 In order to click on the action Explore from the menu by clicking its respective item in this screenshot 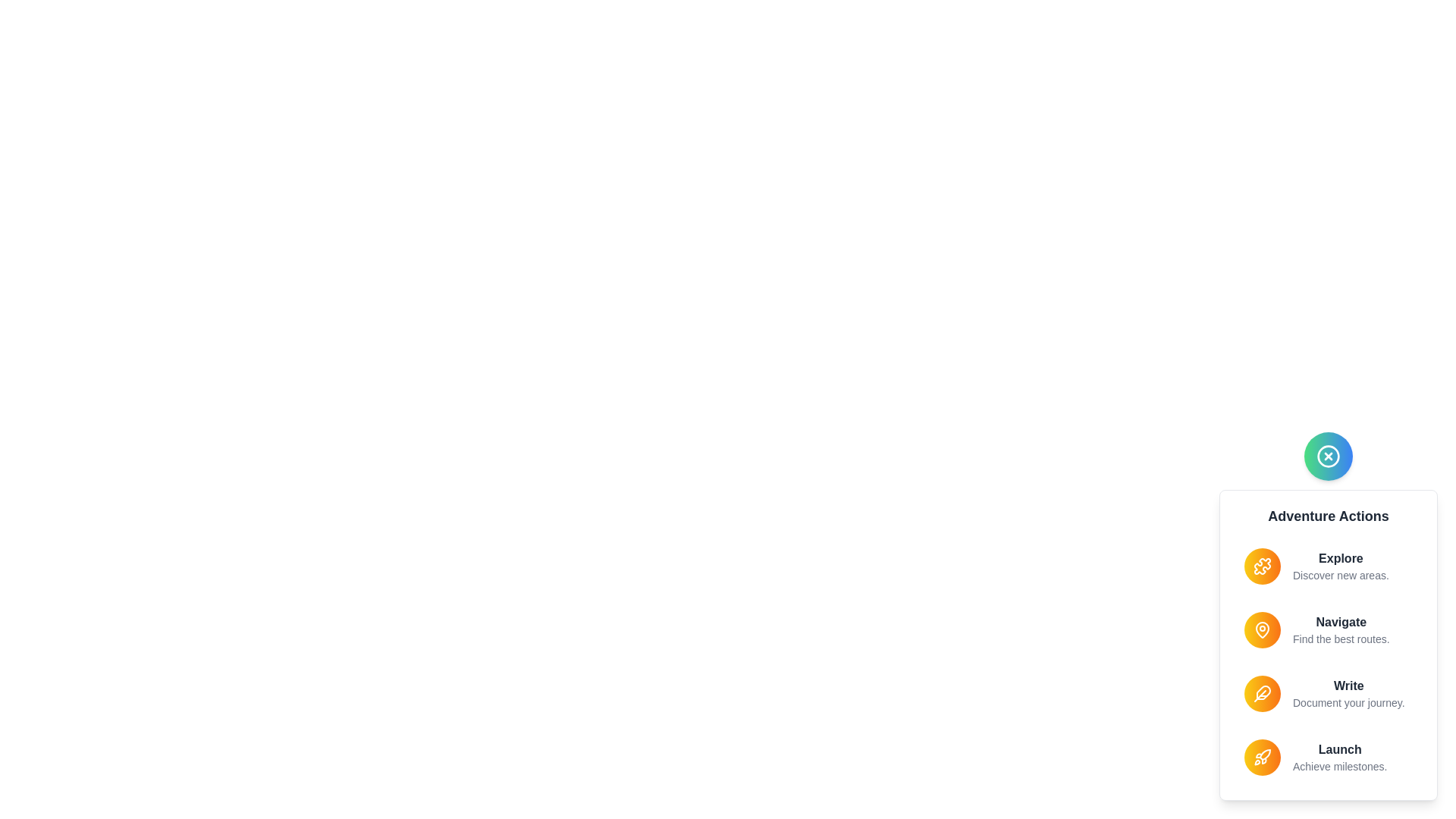, I will do `click(1328, 566)`.